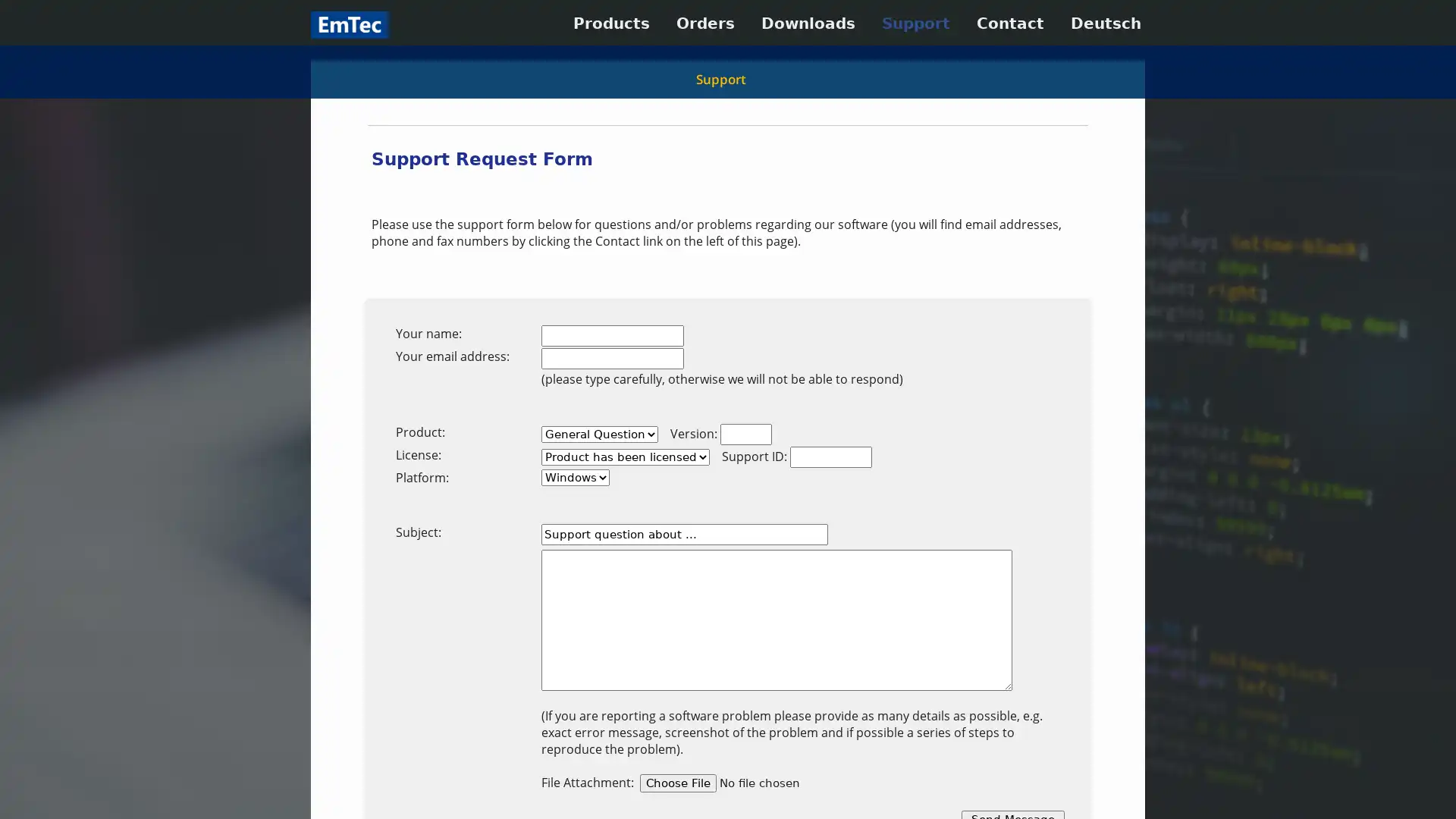 This screenshot has height=819, width=1456. Describe the element at coordinates (677, 783) in the screenshot. I see `Choose File` at that location.